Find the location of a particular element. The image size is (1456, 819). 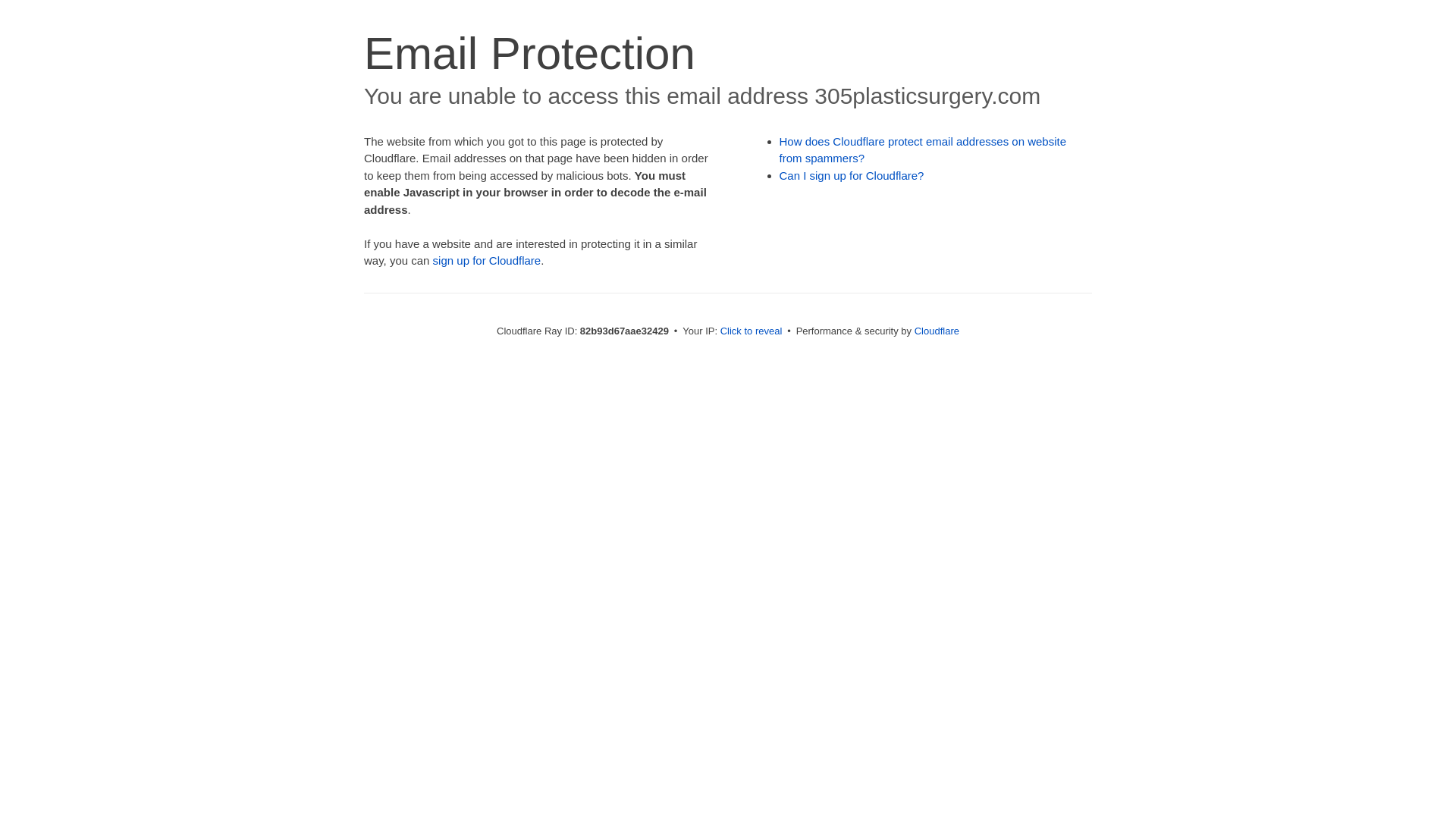

'sign up for Cloudflare' is located at coordinates (487, 259).